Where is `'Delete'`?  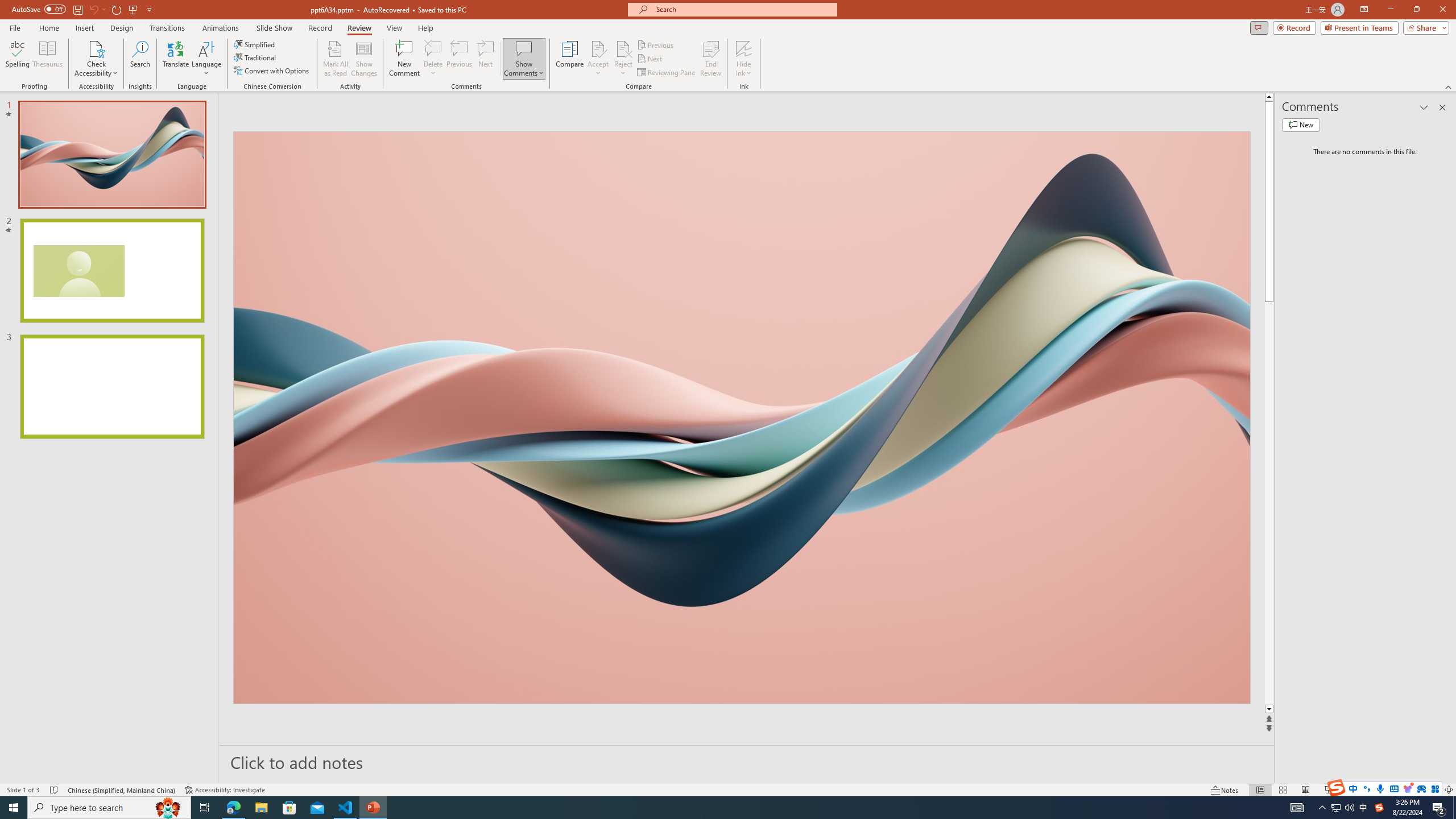
'Delete' is located at coordinates (433, 59).